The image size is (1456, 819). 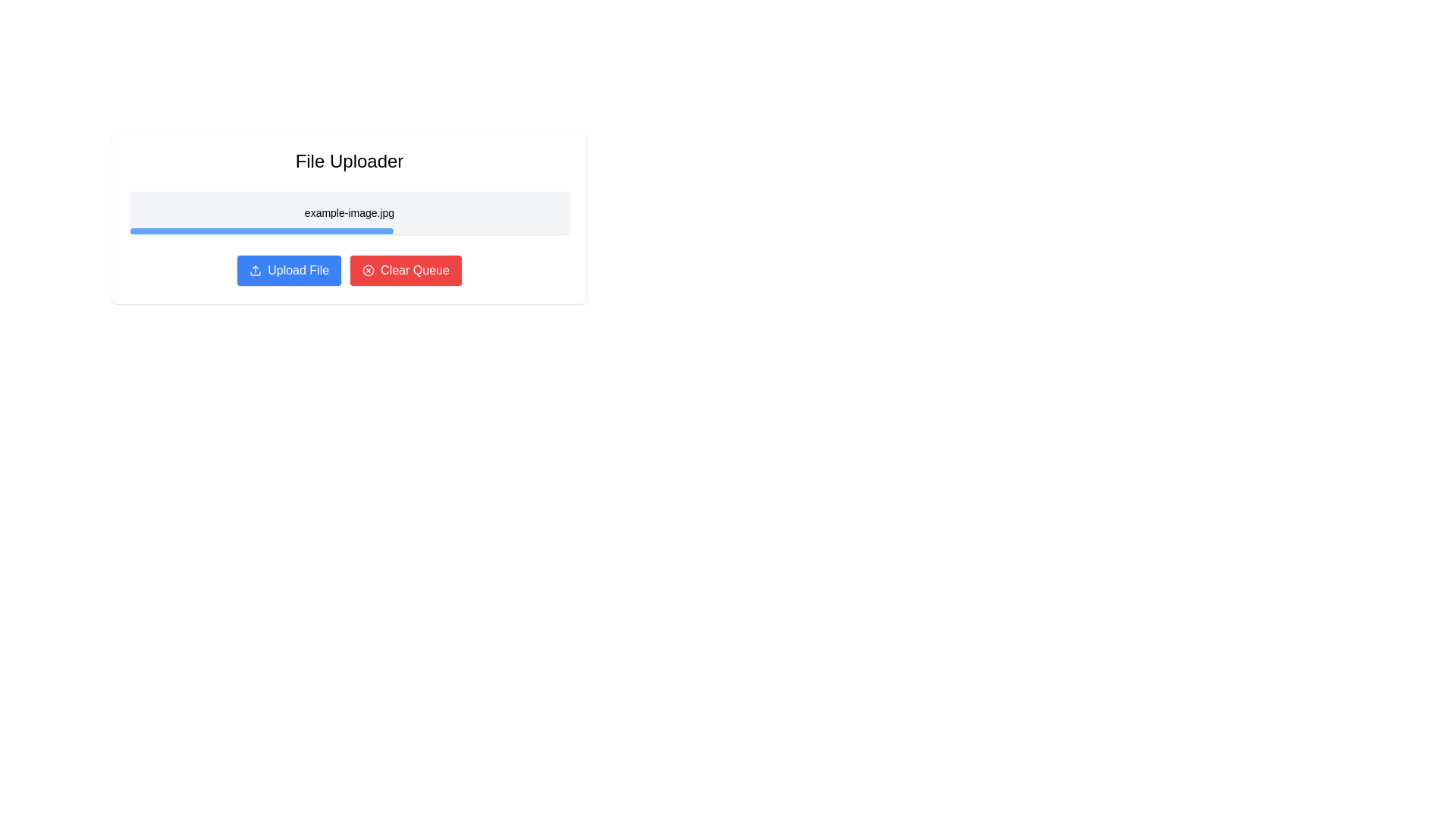 What do you see at coordinates (348, 213) in the screenshot?
I see `text label 'example-image.jpg' within the file uploader component, which is located below the title 'File Uploader' and above the action buttons` at bounding box center [348, 213].